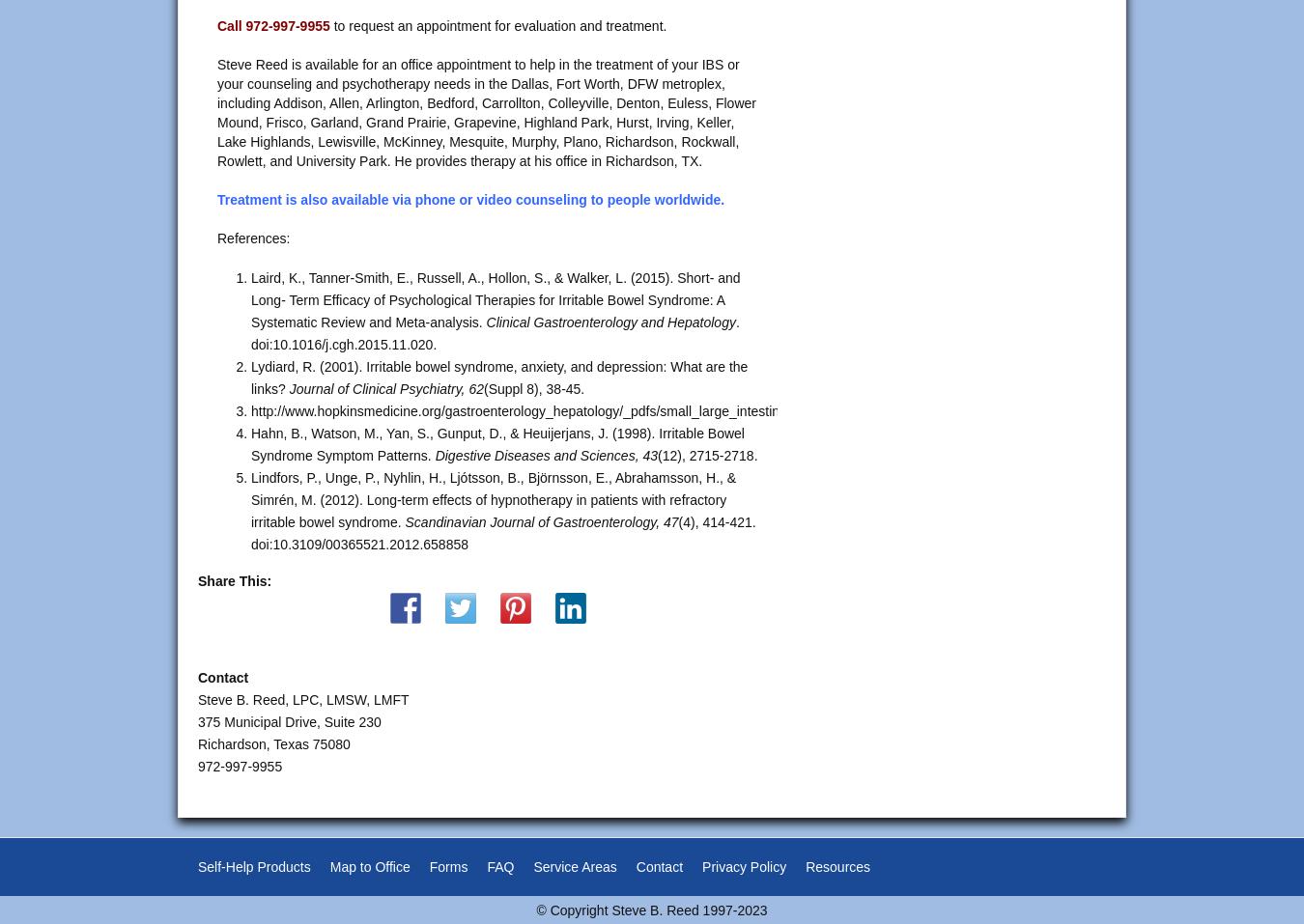 Image resolution: width=1304 pixels, height=924 pixels. What do you see at coordinates (492, 500) in the screenshot?
I see `'Lindfors, P., Unge, P., Nyhlin, H., Ljótsson, B., Björnsson, E., Abrahamsson, H., & Simrén, M. (2012). Long-term effects of hypnotherapy in patients with refractory irritable bowel syndrome.'` at bounding box center [492, 500].